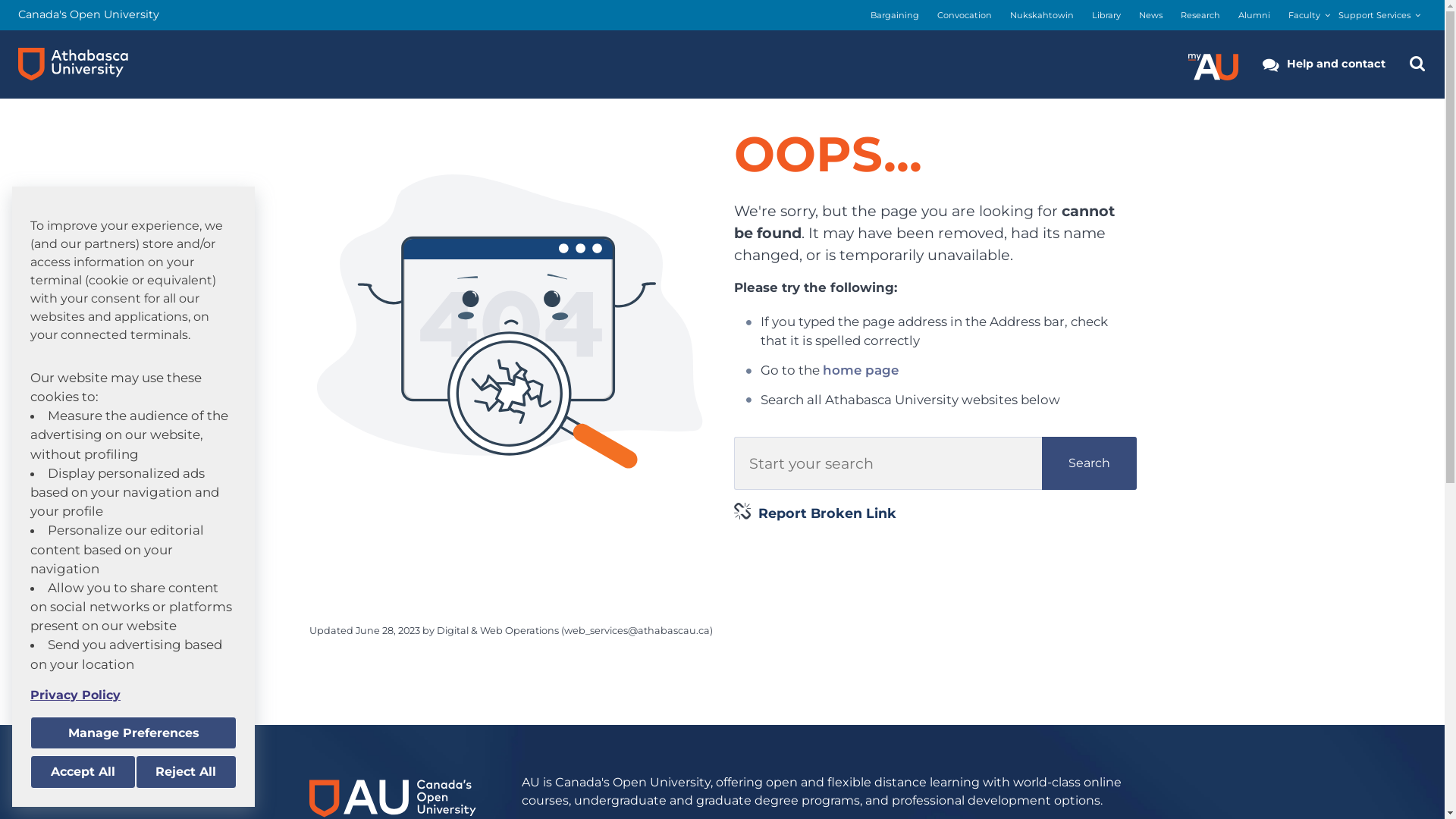 The width and height of the screenshot is (1456, 819). Describe the element at coordinates (1416, 63) in the screenshot. I see `'Search the Athabasca University Website'` at that location.